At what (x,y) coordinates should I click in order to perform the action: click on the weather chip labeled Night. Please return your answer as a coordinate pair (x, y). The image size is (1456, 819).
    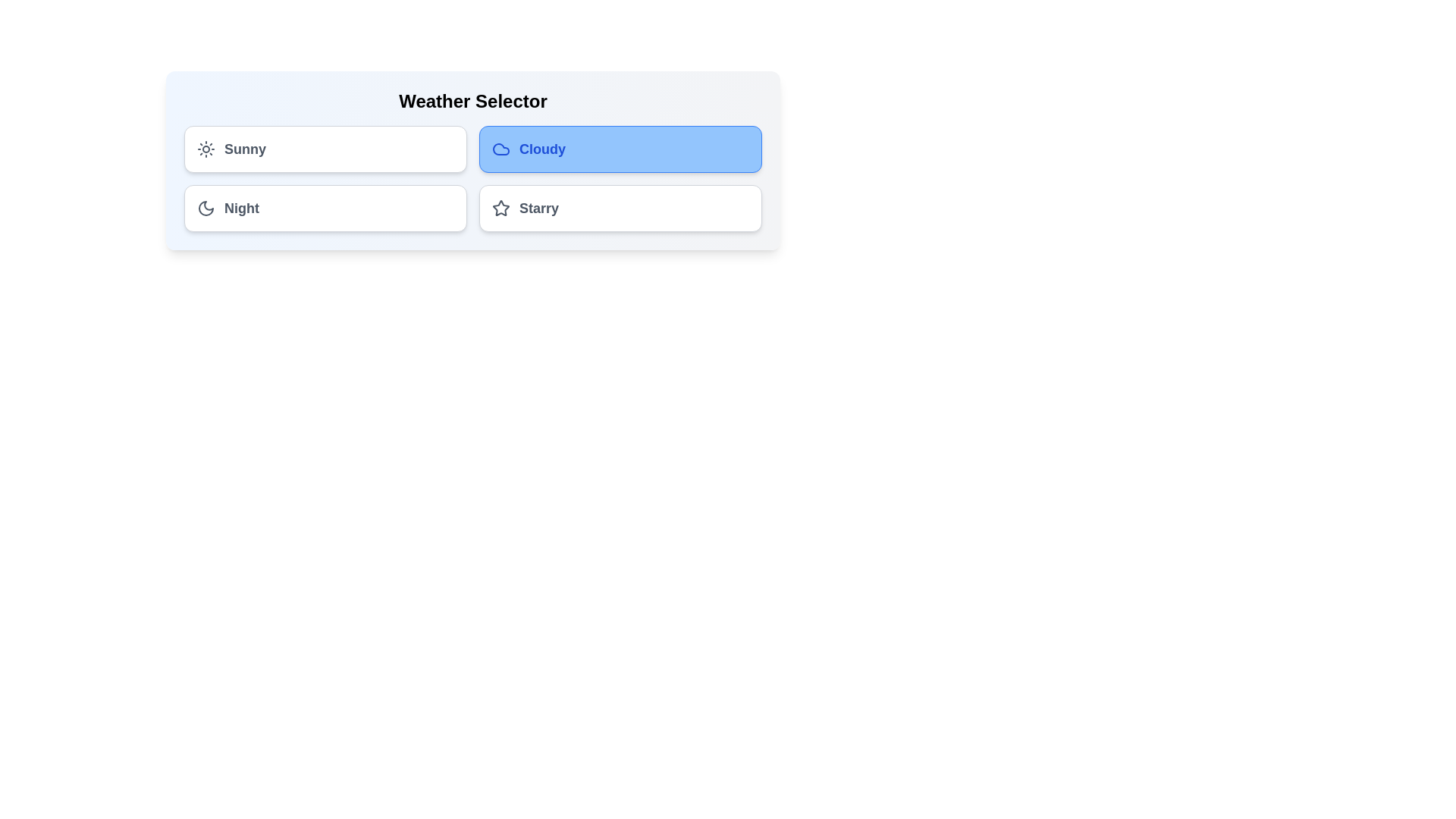
    Looking at the image, I should click on (325, 208).